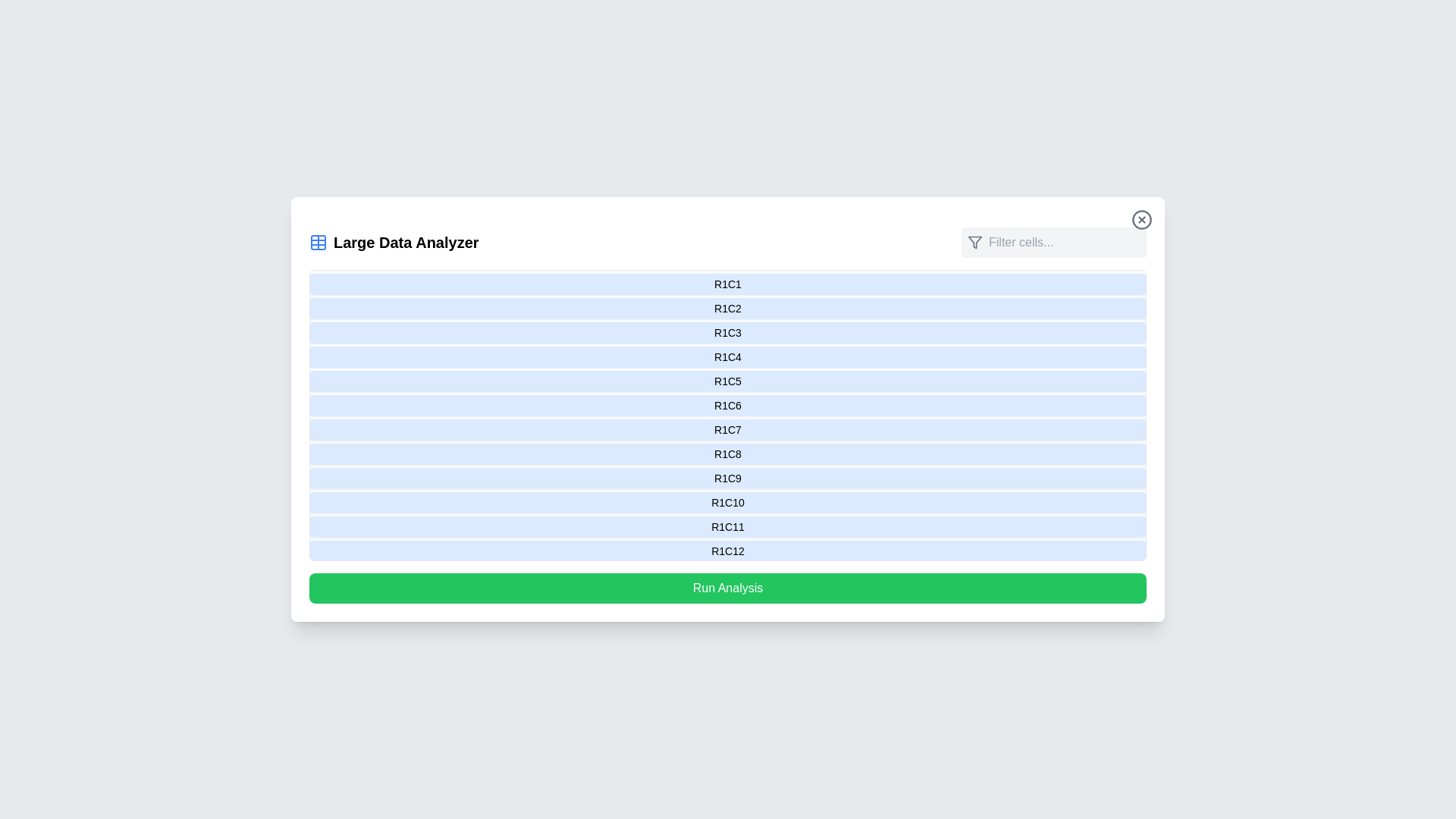 The height and width of the screenshot is (819, 1456). Describe the element at coordinates (1142, 219) in the screenshot. I see `close button located at the top-right corner of the component` at that location.